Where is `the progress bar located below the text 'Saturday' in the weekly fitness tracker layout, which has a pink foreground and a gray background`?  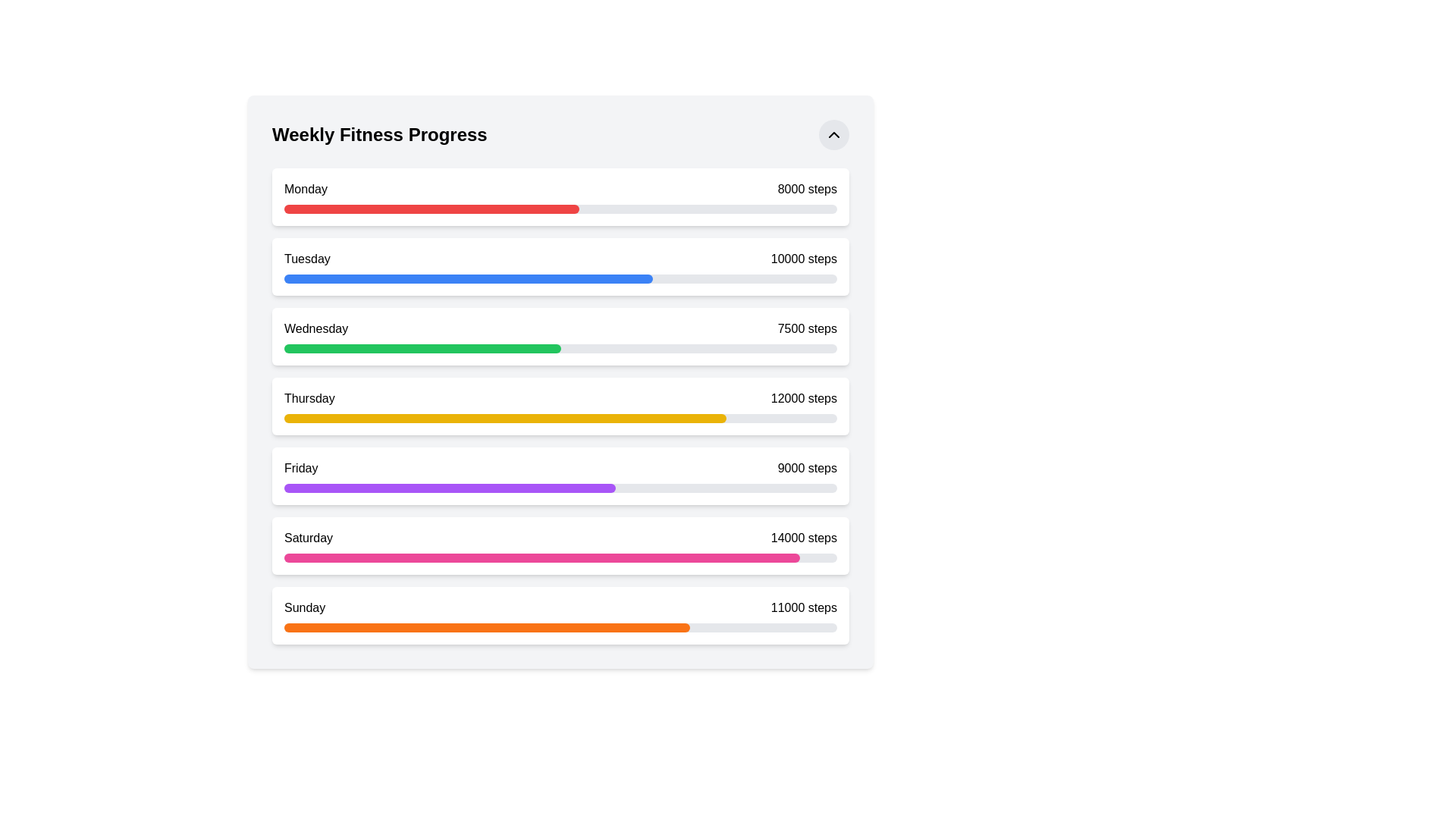 the progress bar located below the text 'Saturday' in the weekly fitness tracker layout, which has a pink foreground and a gray background is located at coordinates (560, 555).